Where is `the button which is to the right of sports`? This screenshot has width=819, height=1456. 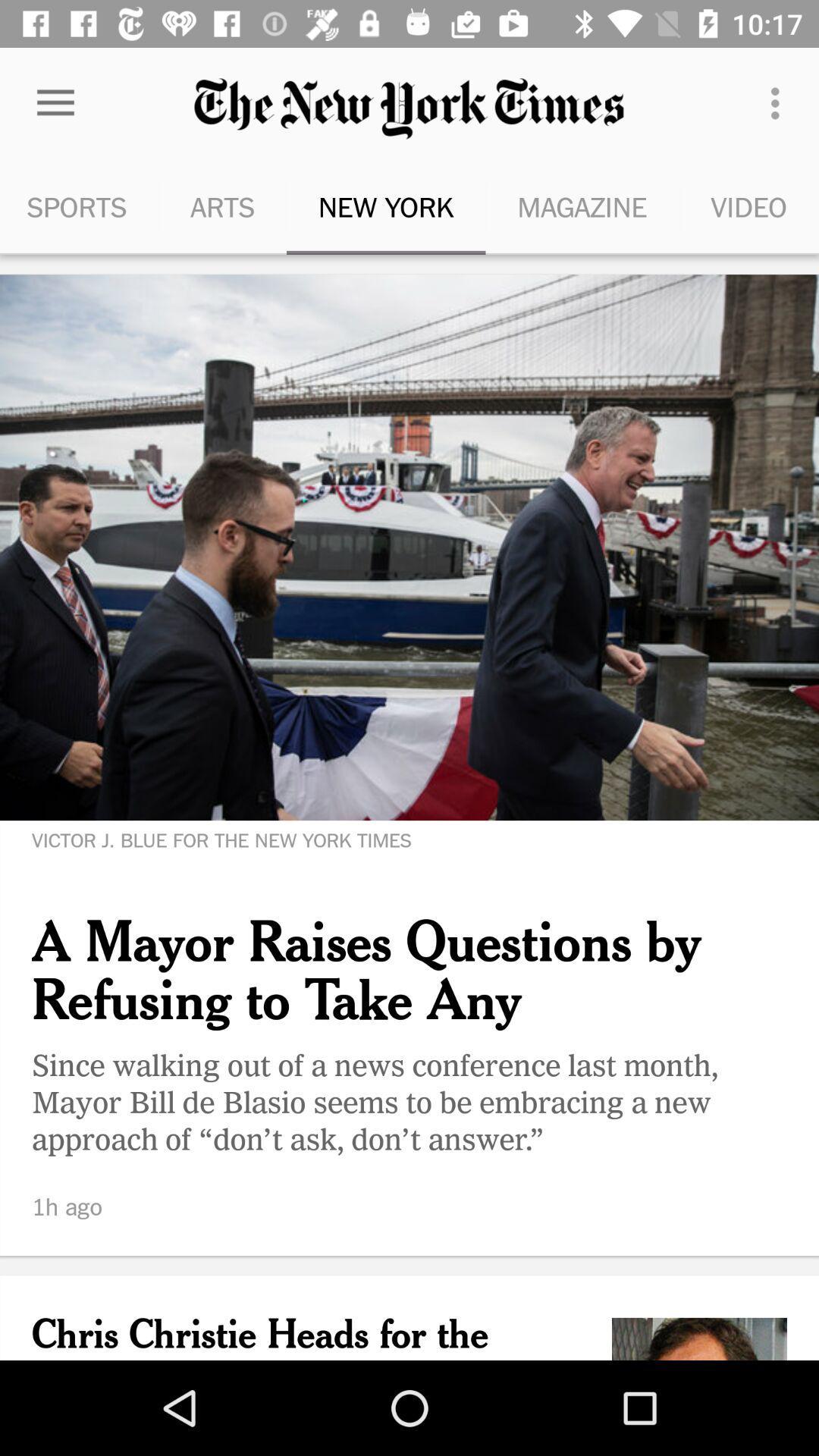 the button which is to the right of sports is located at coordinates (222, 206).